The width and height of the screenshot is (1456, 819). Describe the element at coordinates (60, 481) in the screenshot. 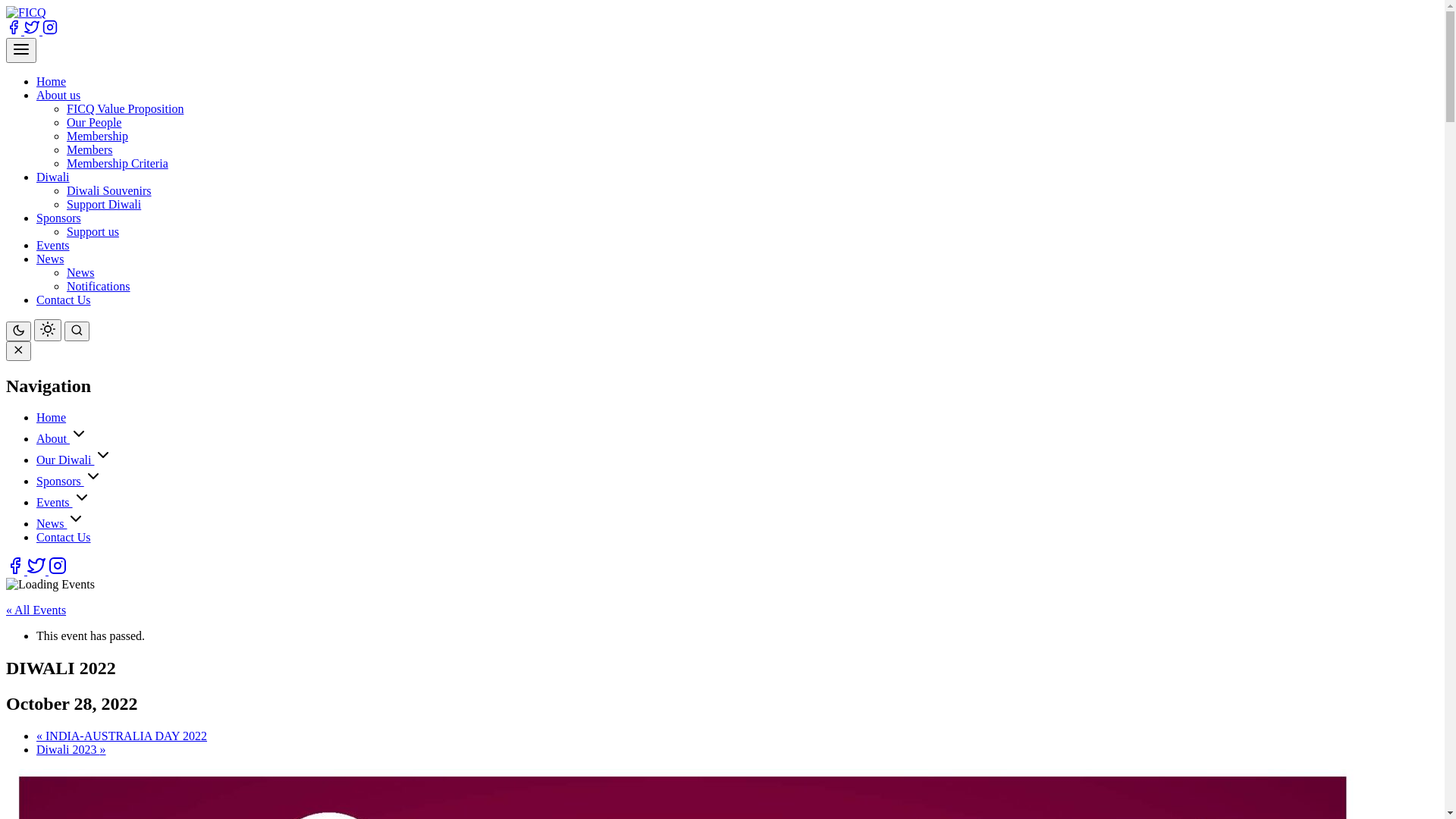

I see `'Sponsors'` at that location.